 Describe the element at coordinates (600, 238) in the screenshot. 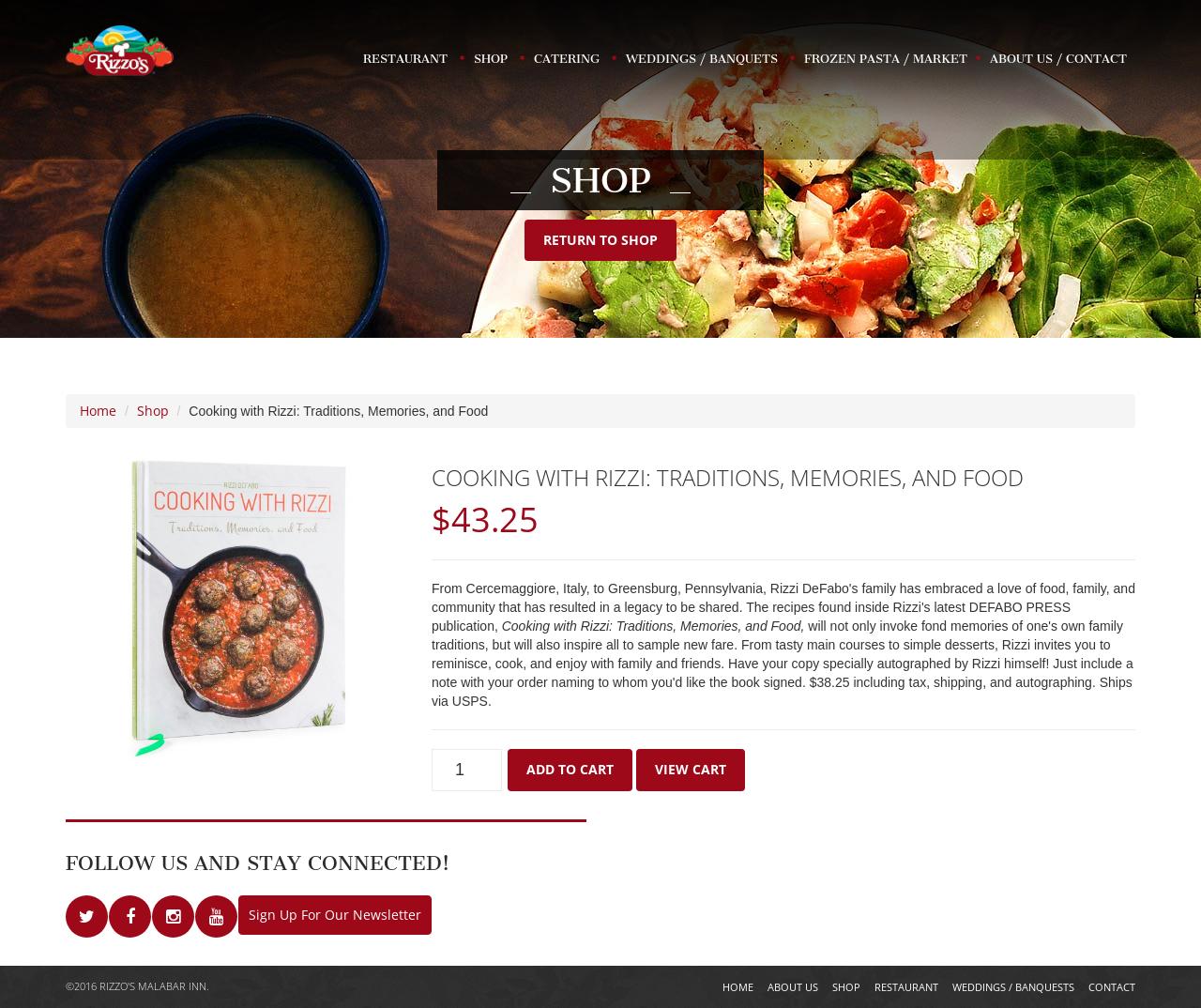

I see `'Return to Shop'` at that location.